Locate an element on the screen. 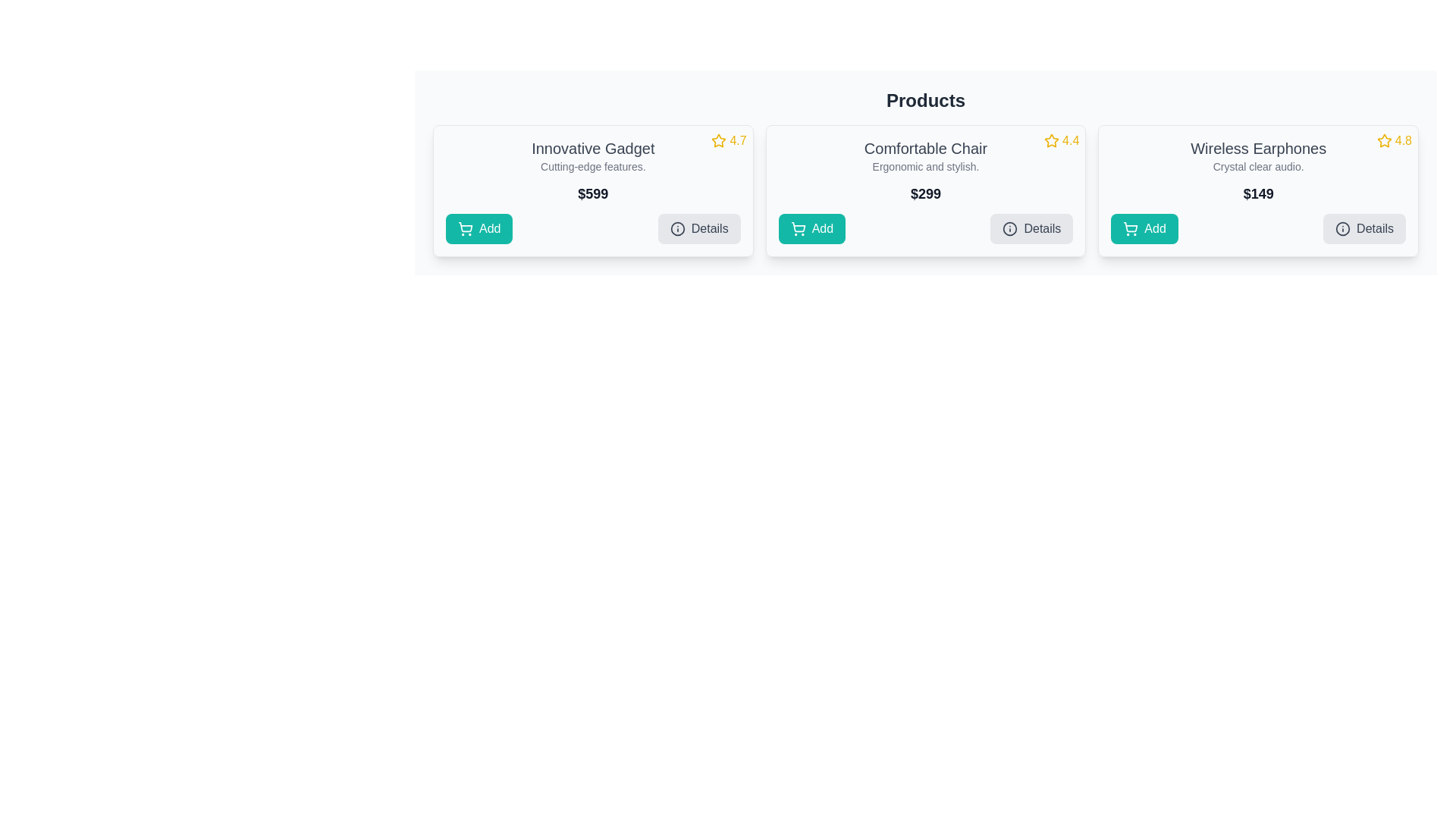 The width and height of the screenshot is (1456, 819). the 'Details' button located to the right of the 'Add' button within the card titled 'Innovative Gadget' is located at coordinates (698, 228).